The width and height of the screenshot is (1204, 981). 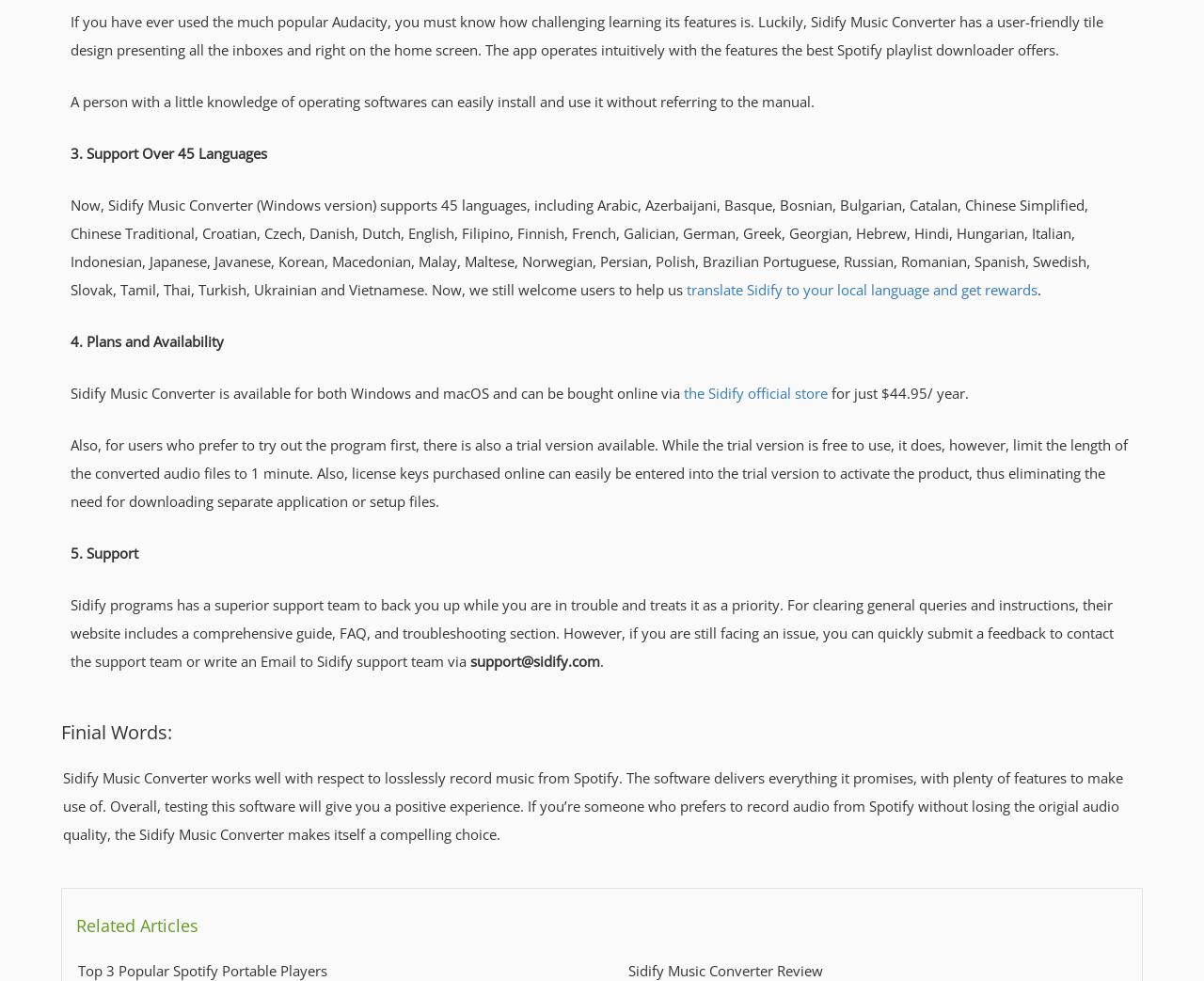 What do you see at coordinates (76, 970) in the screenshot?
I see `'Top 3 Popular Spotify Portable Players'` at bounding box center [76, 970].